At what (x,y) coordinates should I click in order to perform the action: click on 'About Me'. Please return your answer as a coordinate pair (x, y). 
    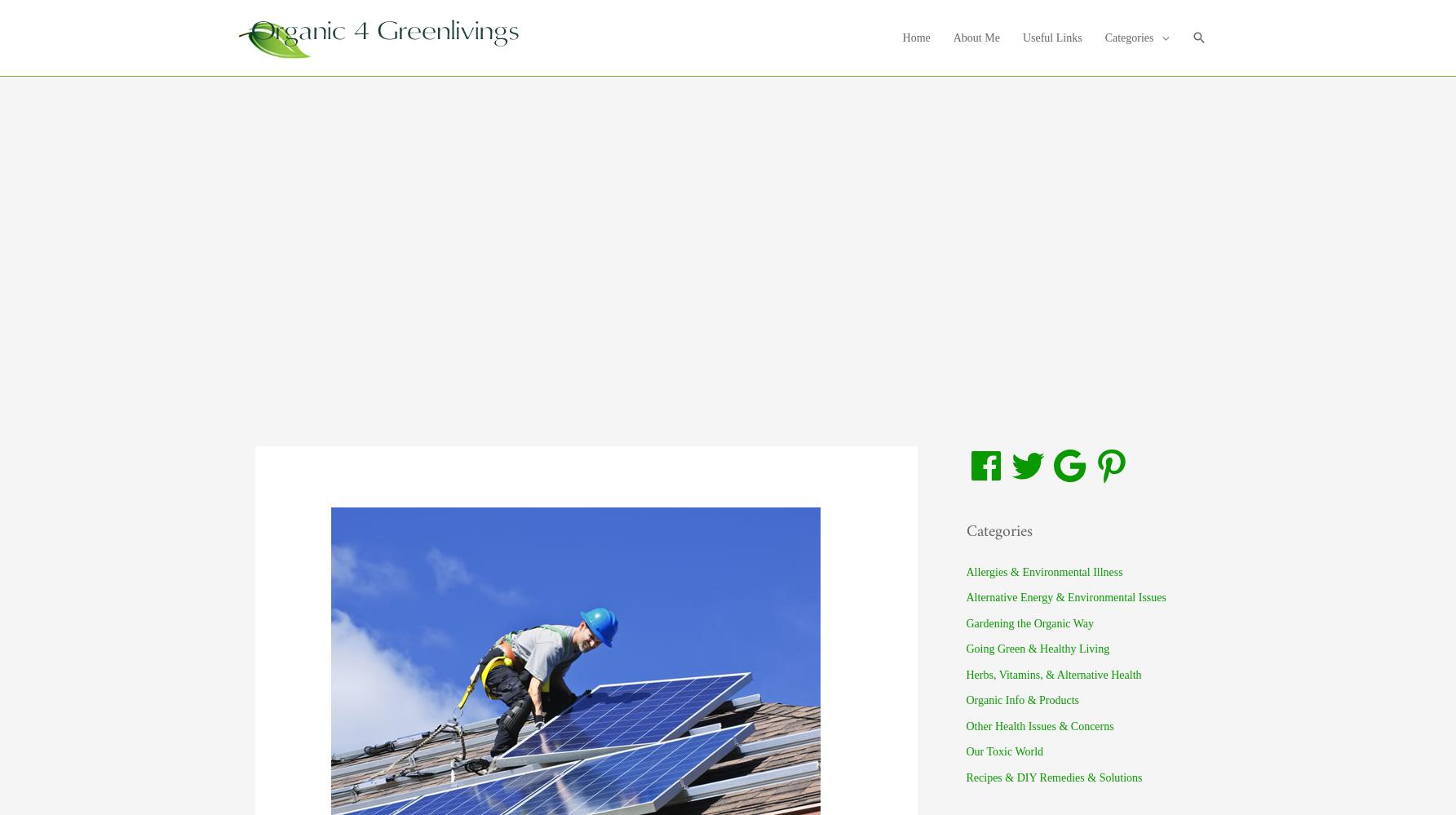
    Looking at the image, I should click on (975, 37).